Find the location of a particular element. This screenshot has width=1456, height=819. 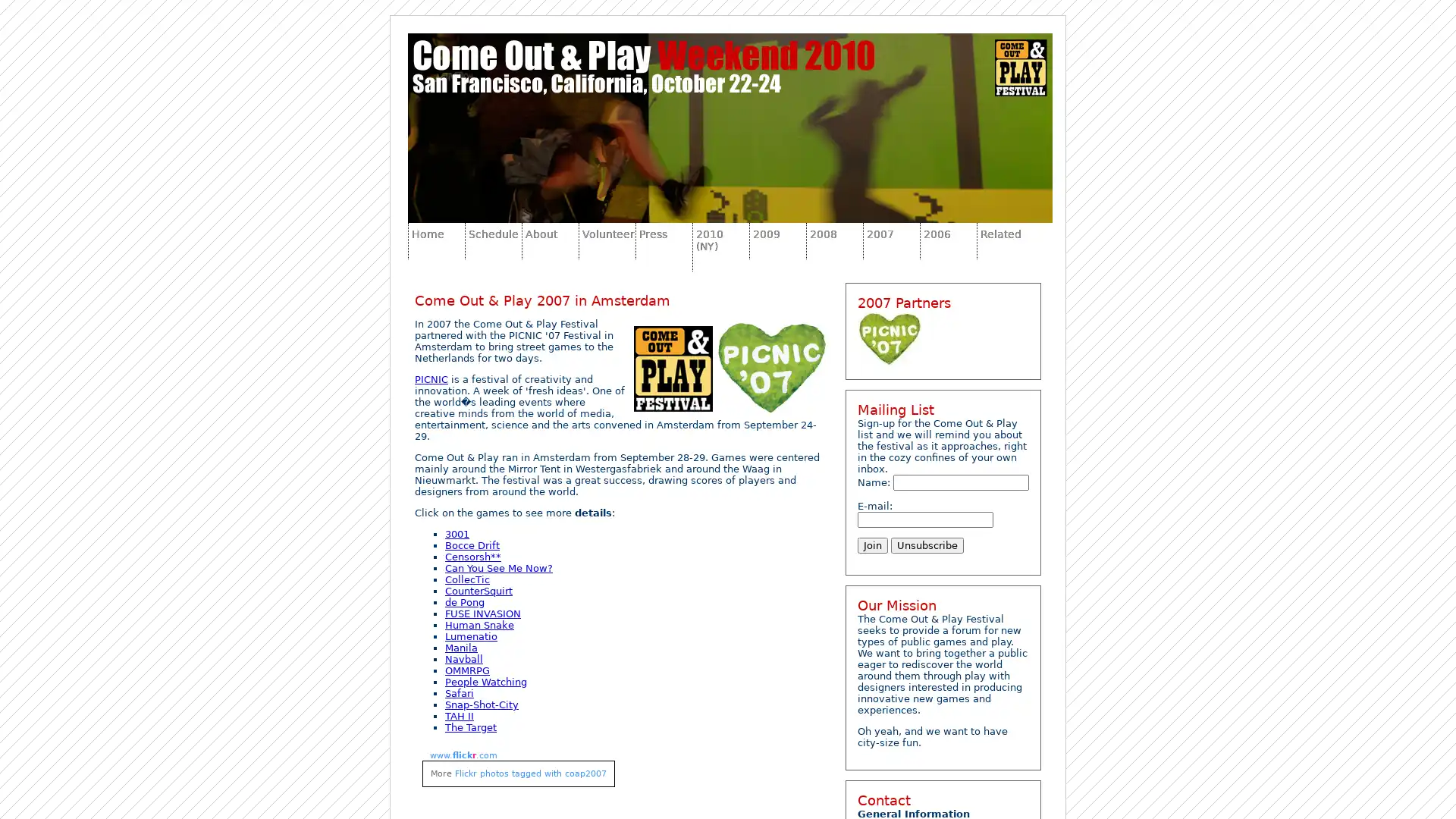

Join is located at coordinates (873, 544).